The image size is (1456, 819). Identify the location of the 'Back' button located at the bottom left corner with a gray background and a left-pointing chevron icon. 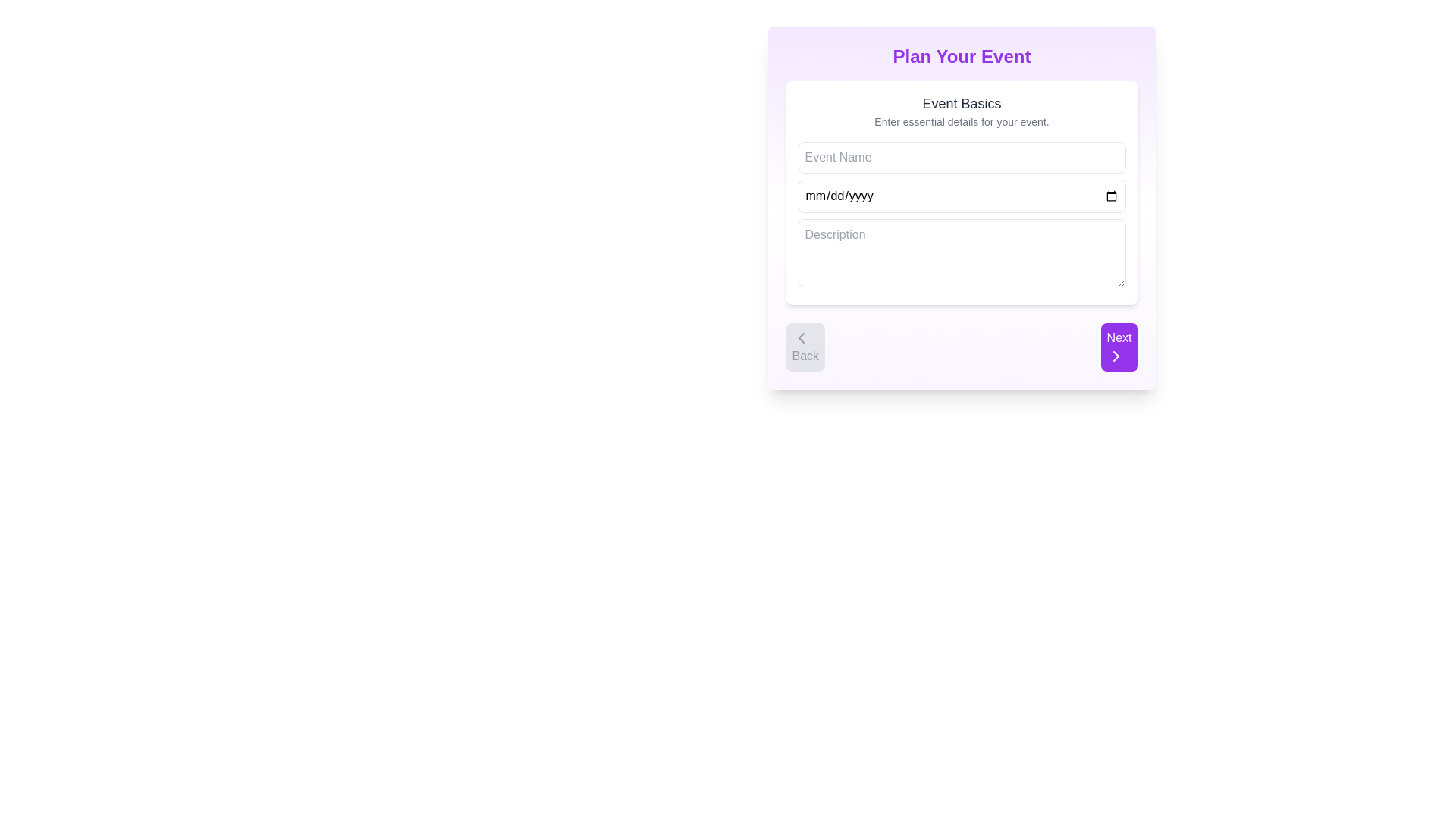
(805, 347).